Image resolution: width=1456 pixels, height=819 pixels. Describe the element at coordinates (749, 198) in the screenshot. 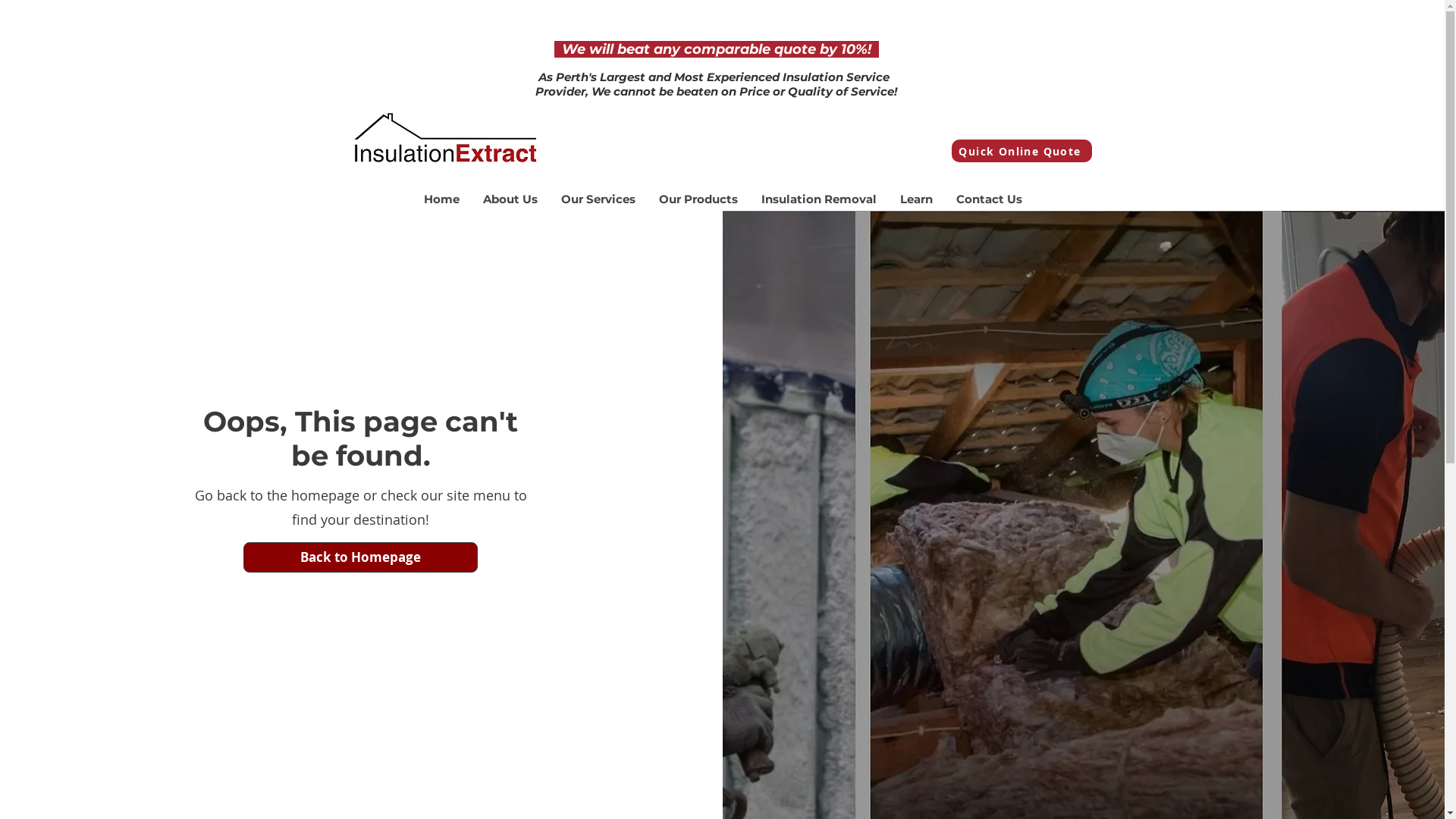

I see `'Insulation Removal'` at that location.